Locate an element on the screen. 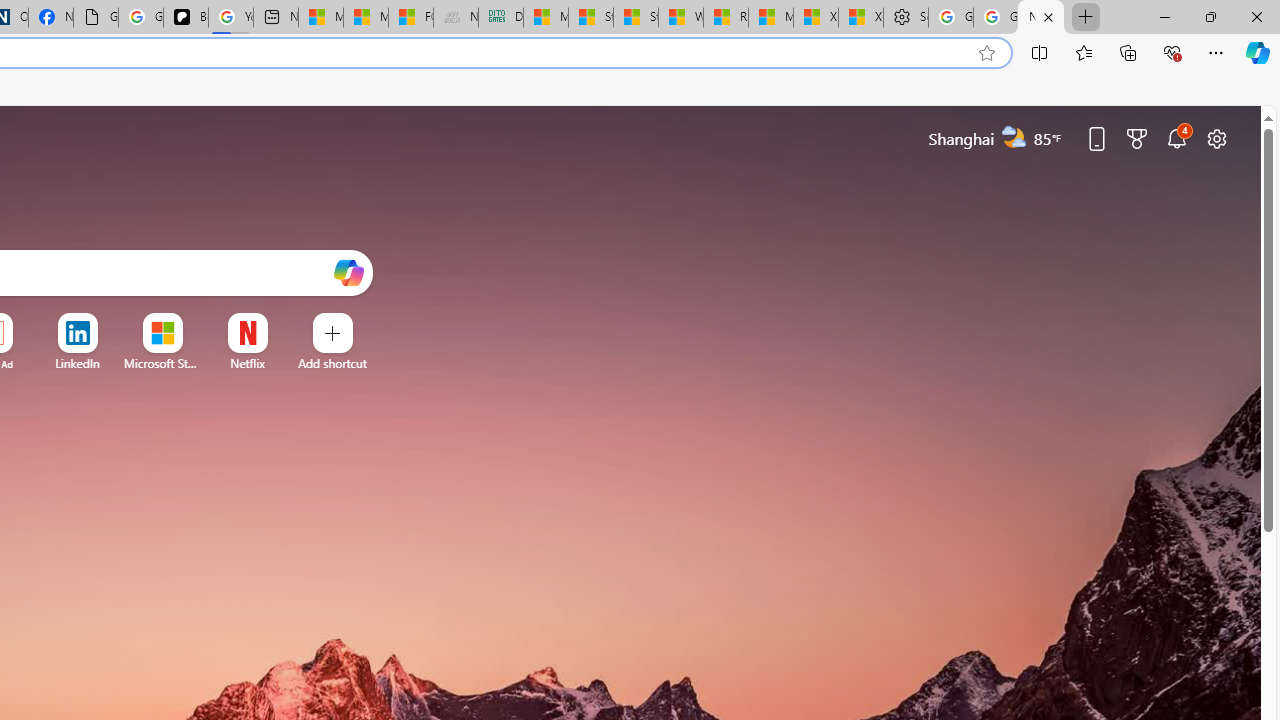 The width and height of the screenshot is (1280, 720). 'Netflix' is located at coordinates (246, 363).